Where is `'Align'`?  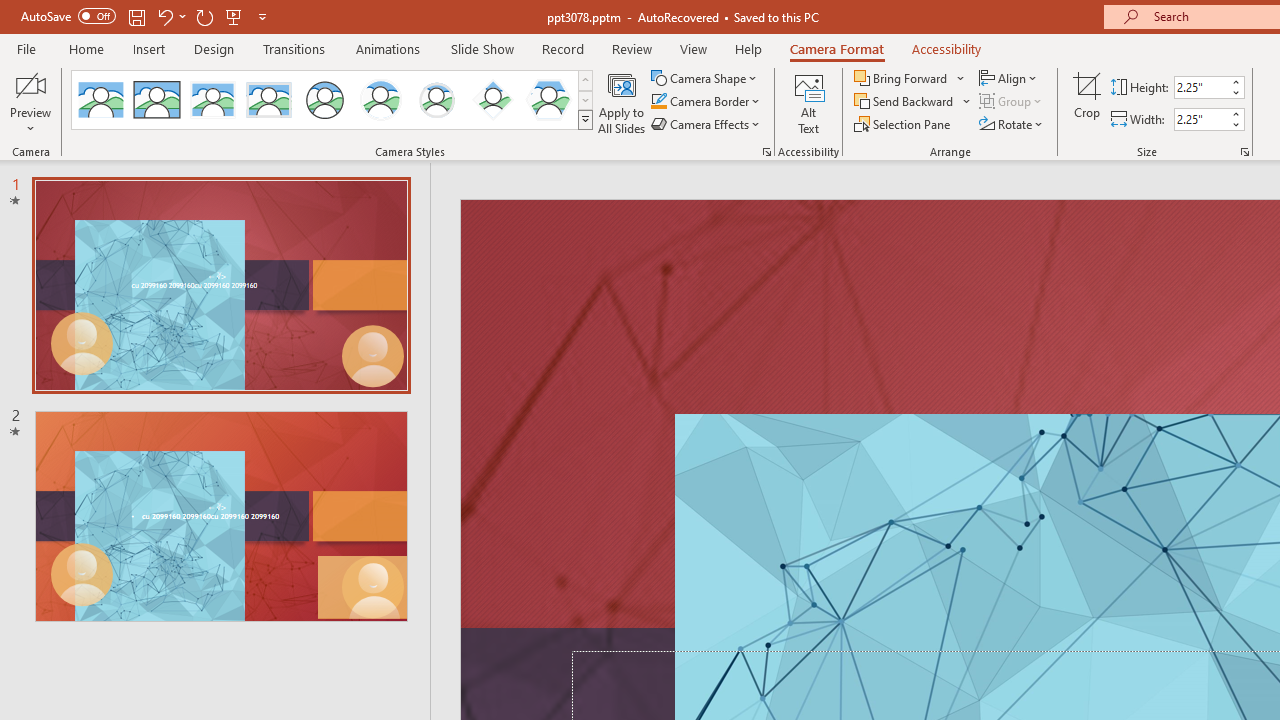 'Align' is located at coordinates (1009, 77).